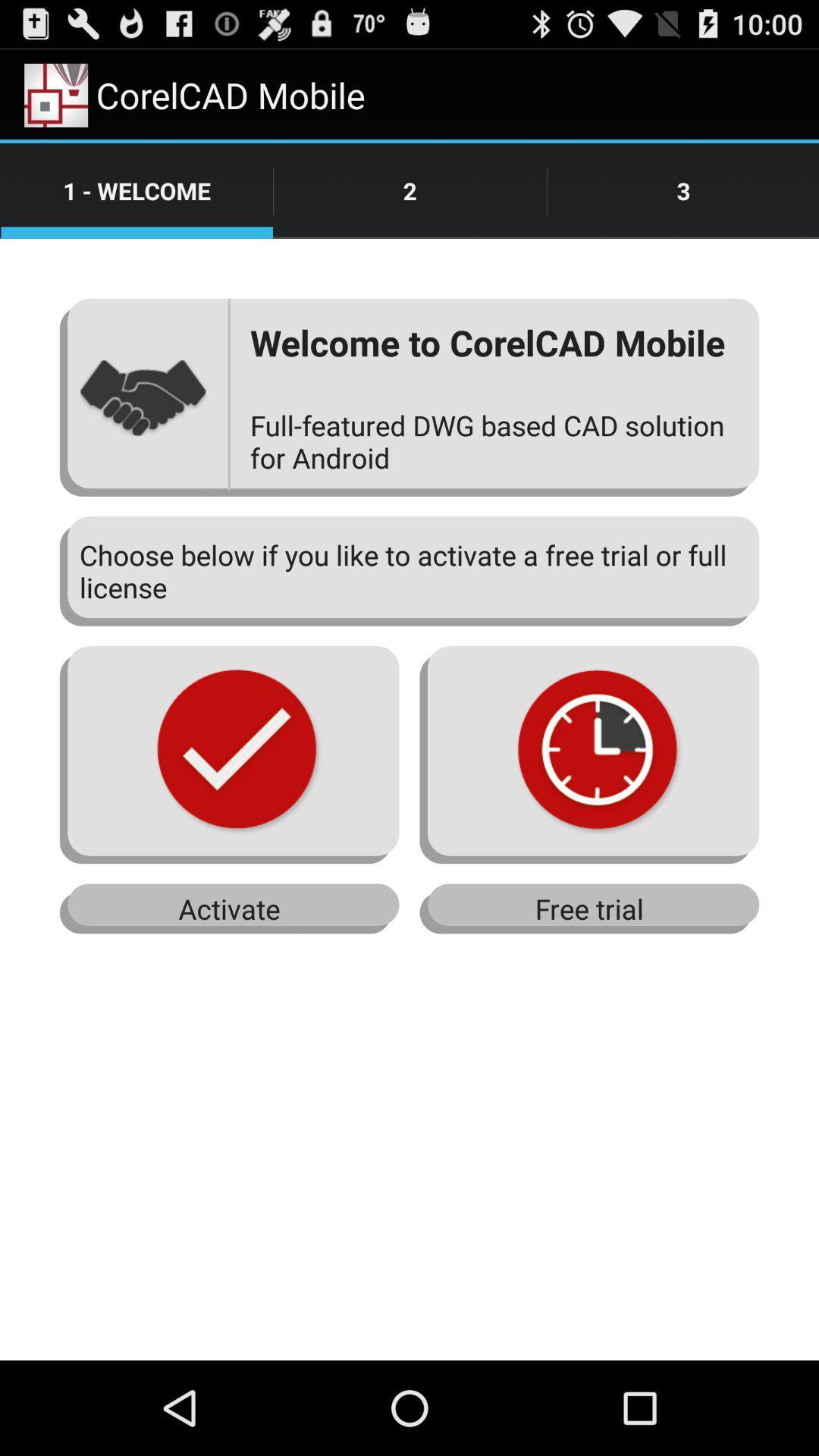 This screenshot has height=1456, width=819. I want to click on the first image from left, so click(230, 755).